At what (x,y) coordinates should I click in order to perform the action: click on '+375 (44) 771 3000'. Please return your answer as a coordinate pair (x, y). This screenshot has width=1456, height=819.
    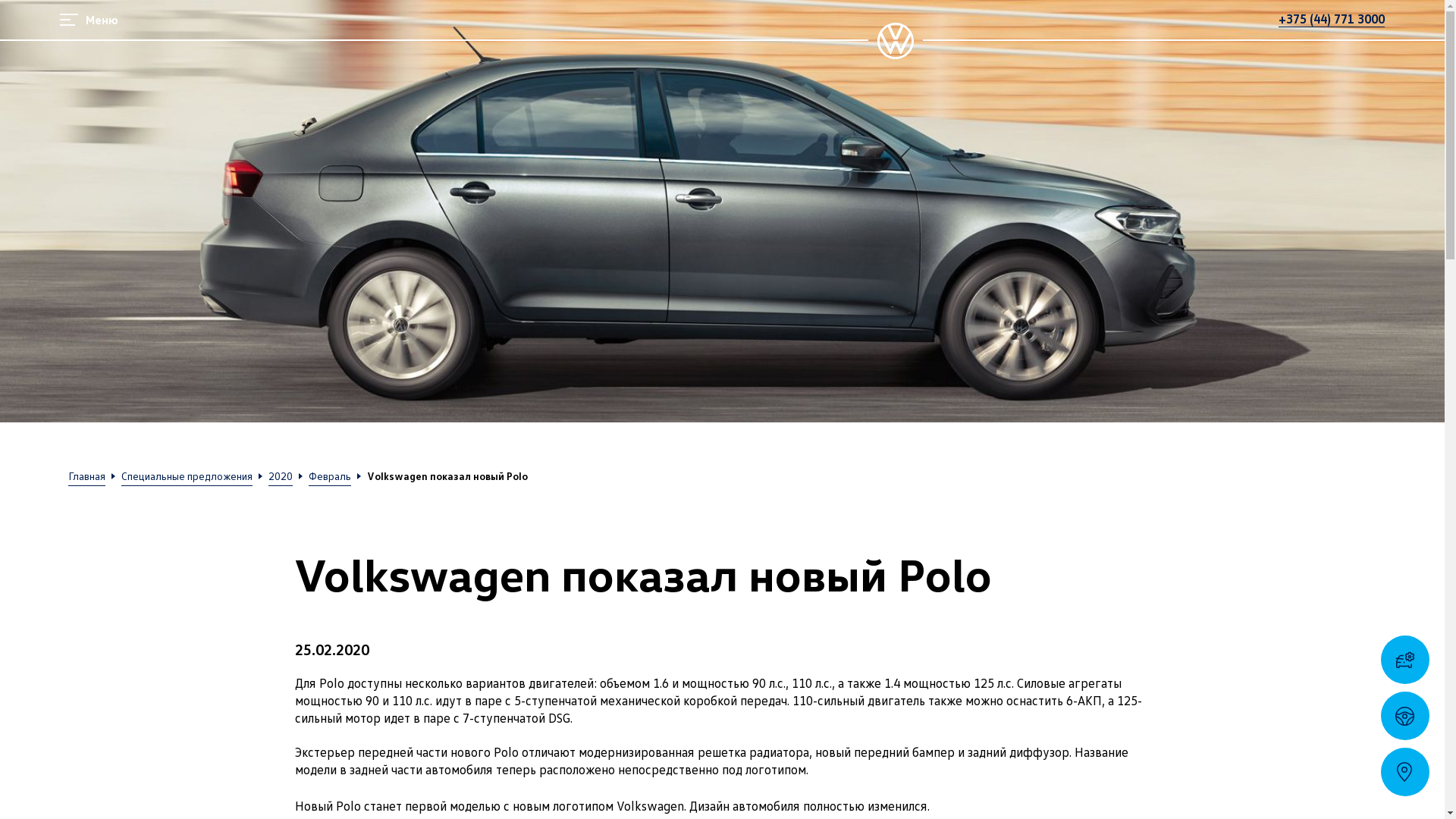
    Looking at the image, I should click on (1331, 18).